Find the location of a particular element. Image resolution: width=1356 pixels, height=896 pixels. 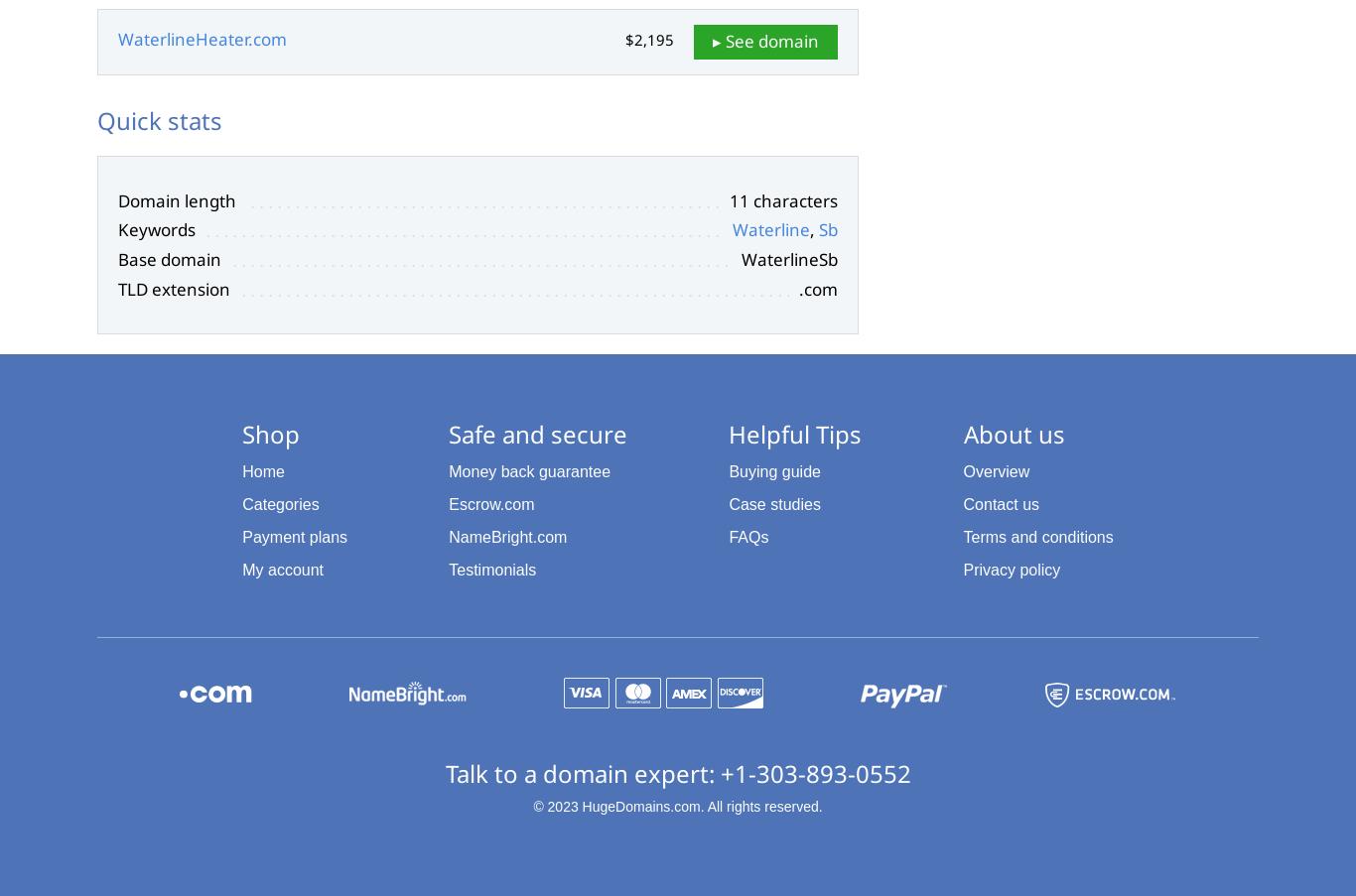

'Terms and conditions' is located at coordinates (1036, 535).